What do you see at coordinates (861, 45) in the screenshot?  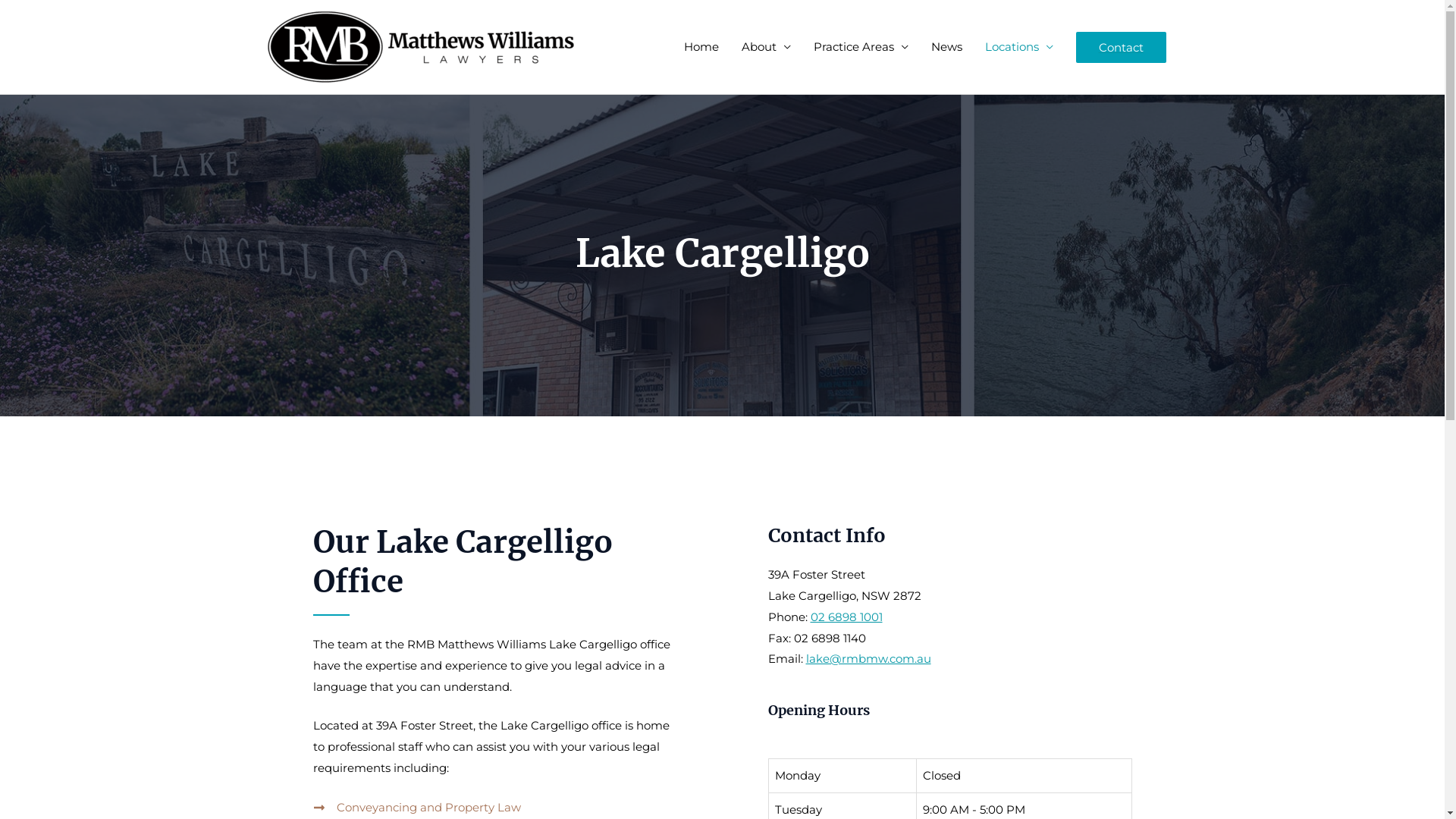 I see `'Practice Areas'` at bounding box center [861, 45].